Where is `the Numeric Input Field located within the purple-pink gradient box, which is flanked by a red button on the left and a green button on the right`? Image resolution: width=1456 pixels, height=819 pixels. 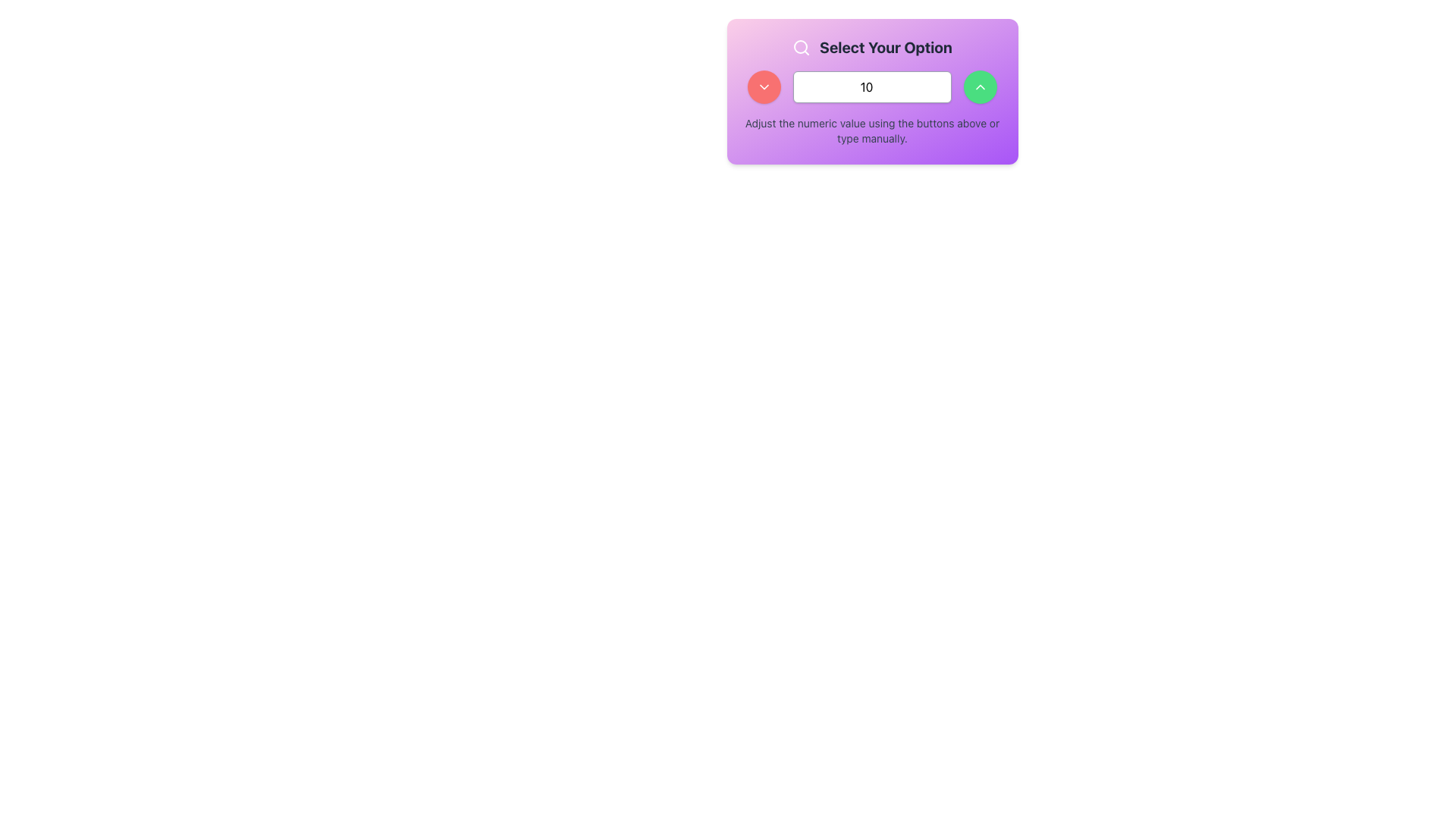
the Numeric Input Field located within the purple-pink gradient box, which is flanked by a red button on the left and a green button on the right is located at coordinates (872, 91).